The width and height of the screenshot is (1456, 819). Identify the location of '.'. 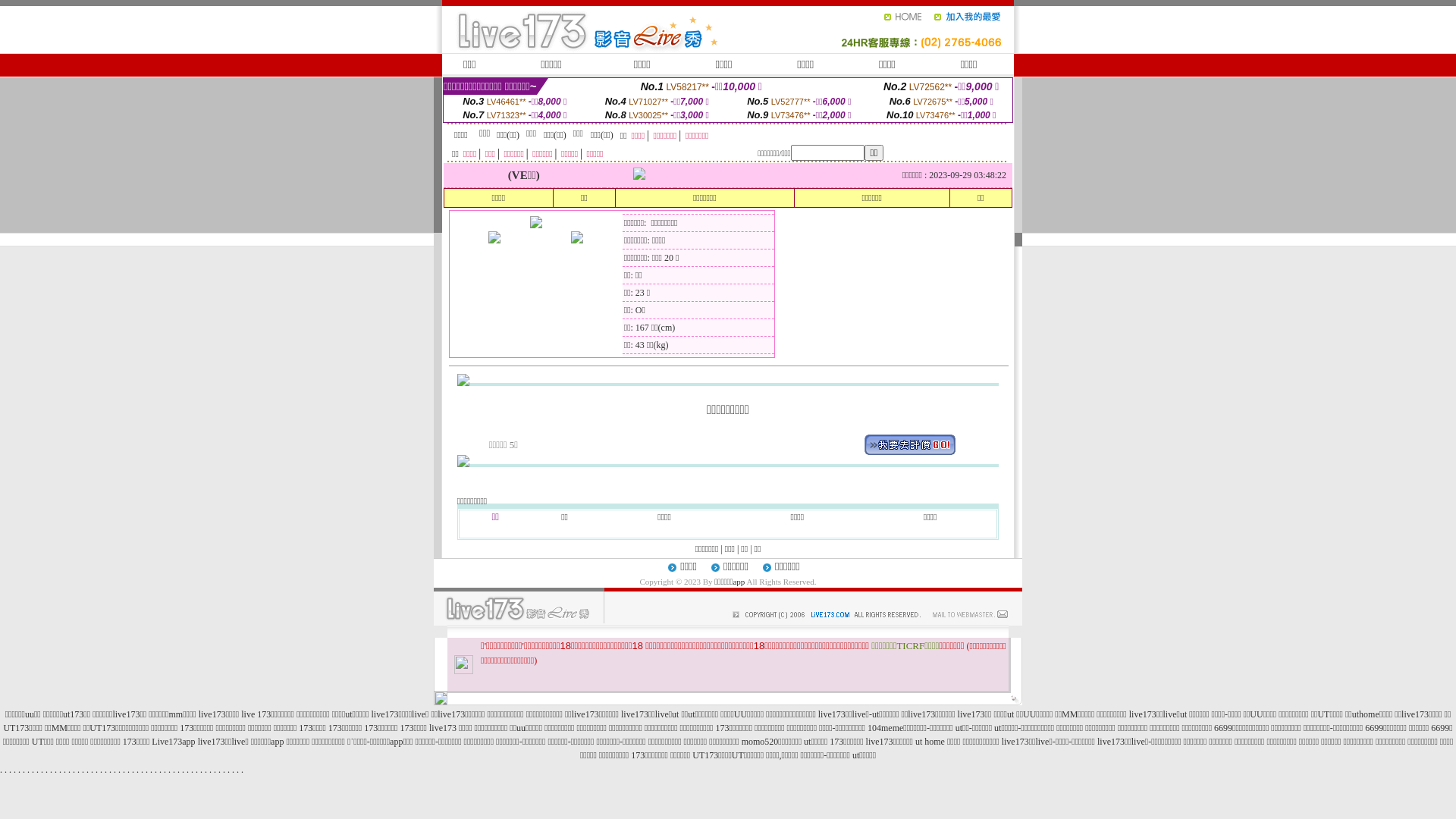
(218, 769).